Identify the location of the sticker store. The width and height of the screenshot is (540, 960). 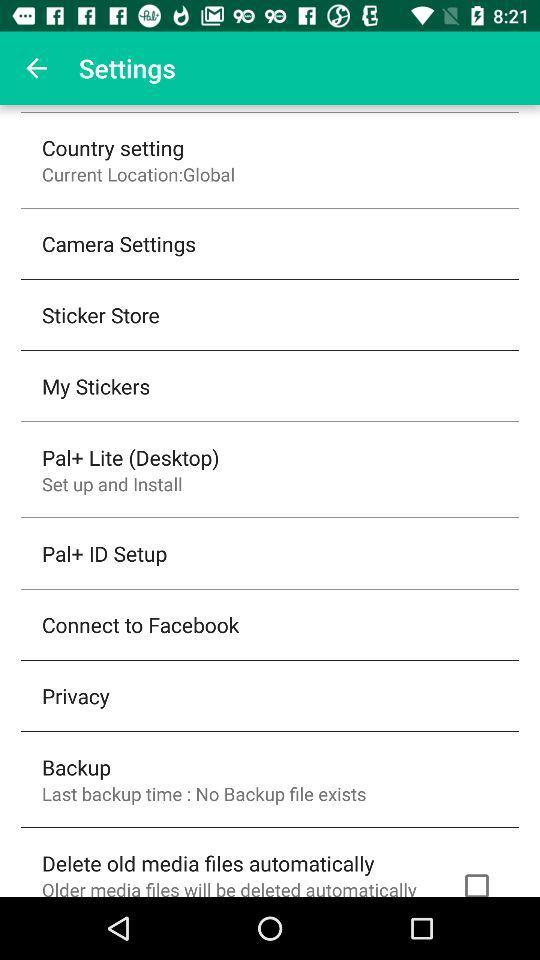
(99, 314).